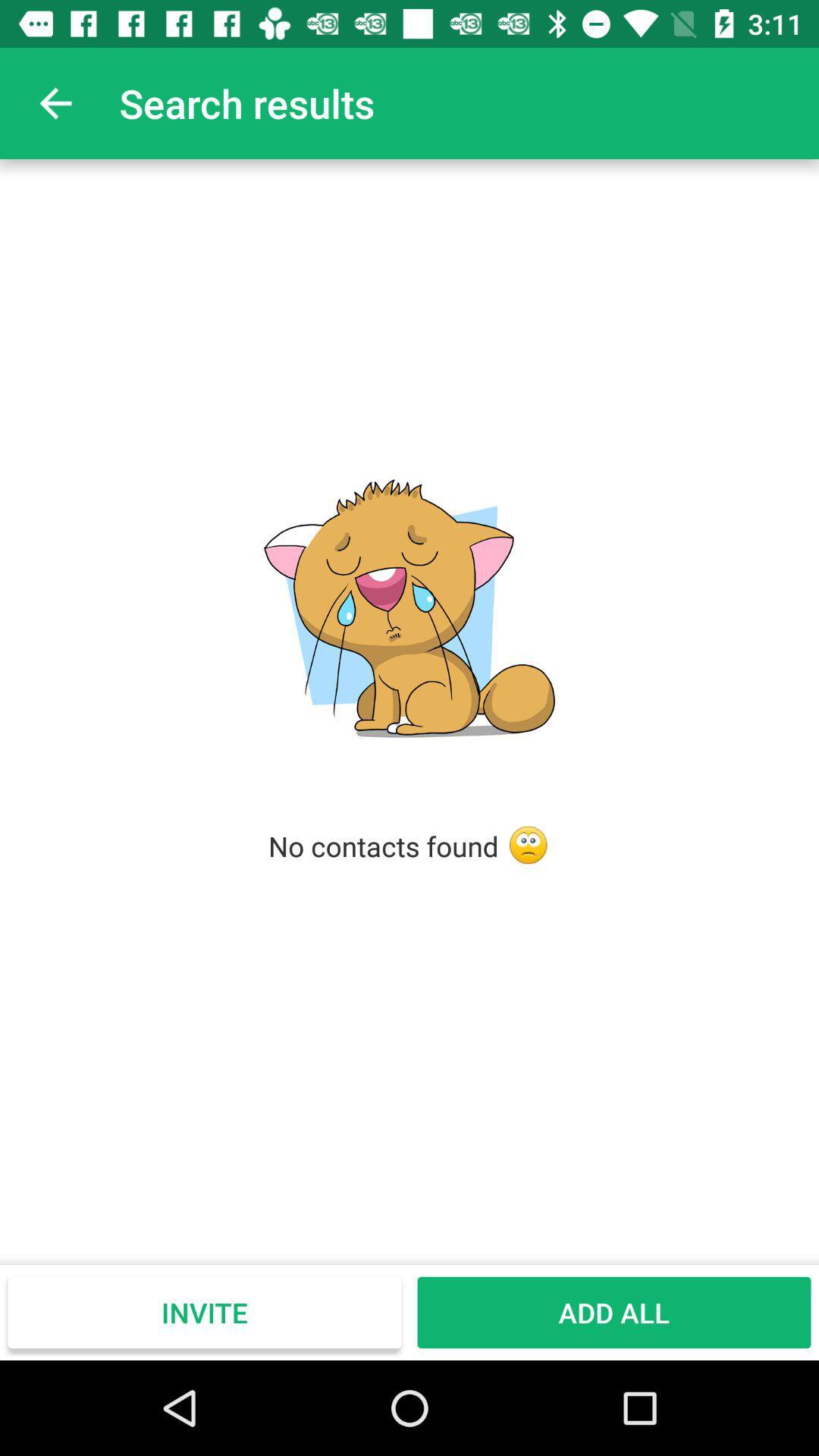  I want to click on item above no contacts found :( icon, so click(55, 102).